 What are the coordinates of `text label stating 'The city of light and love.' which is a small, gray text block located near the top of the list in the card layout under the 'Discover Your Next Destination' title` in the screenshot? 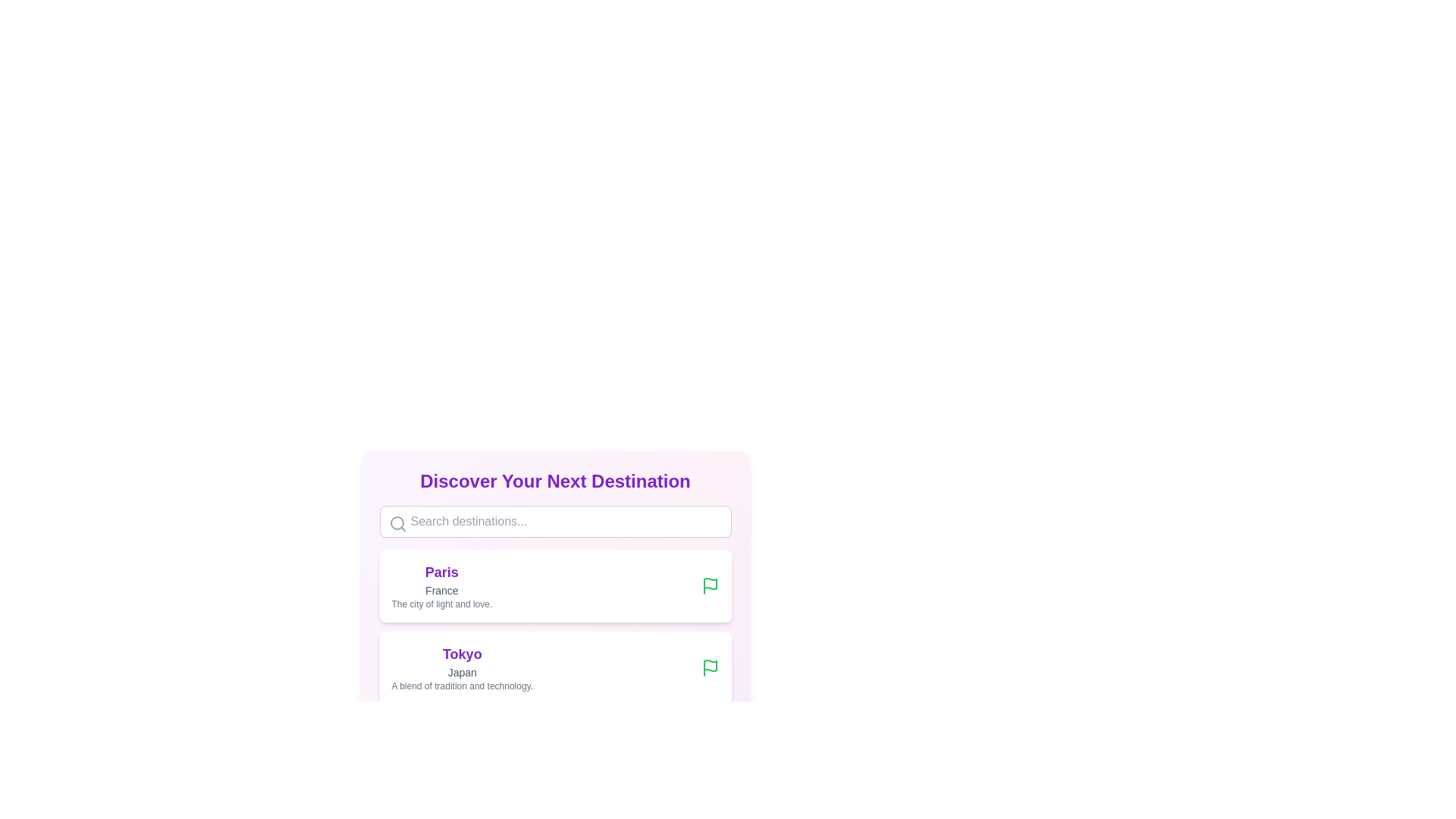 It's located at (441, 604).